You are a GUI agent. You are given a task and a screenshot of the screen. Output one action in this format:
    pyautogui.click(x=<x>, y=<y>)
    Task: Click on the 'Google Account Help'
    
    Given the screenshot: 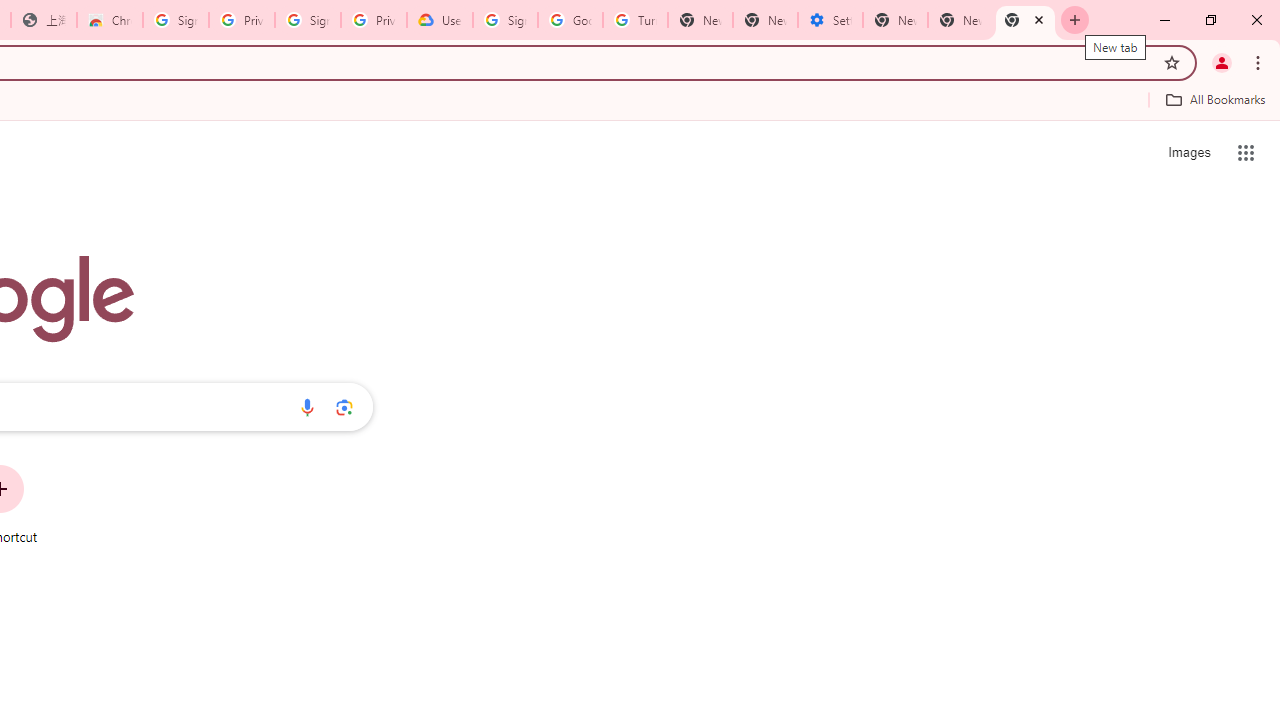 What is the action you would take?
    pyautogui.click(x=569, y=20)
    